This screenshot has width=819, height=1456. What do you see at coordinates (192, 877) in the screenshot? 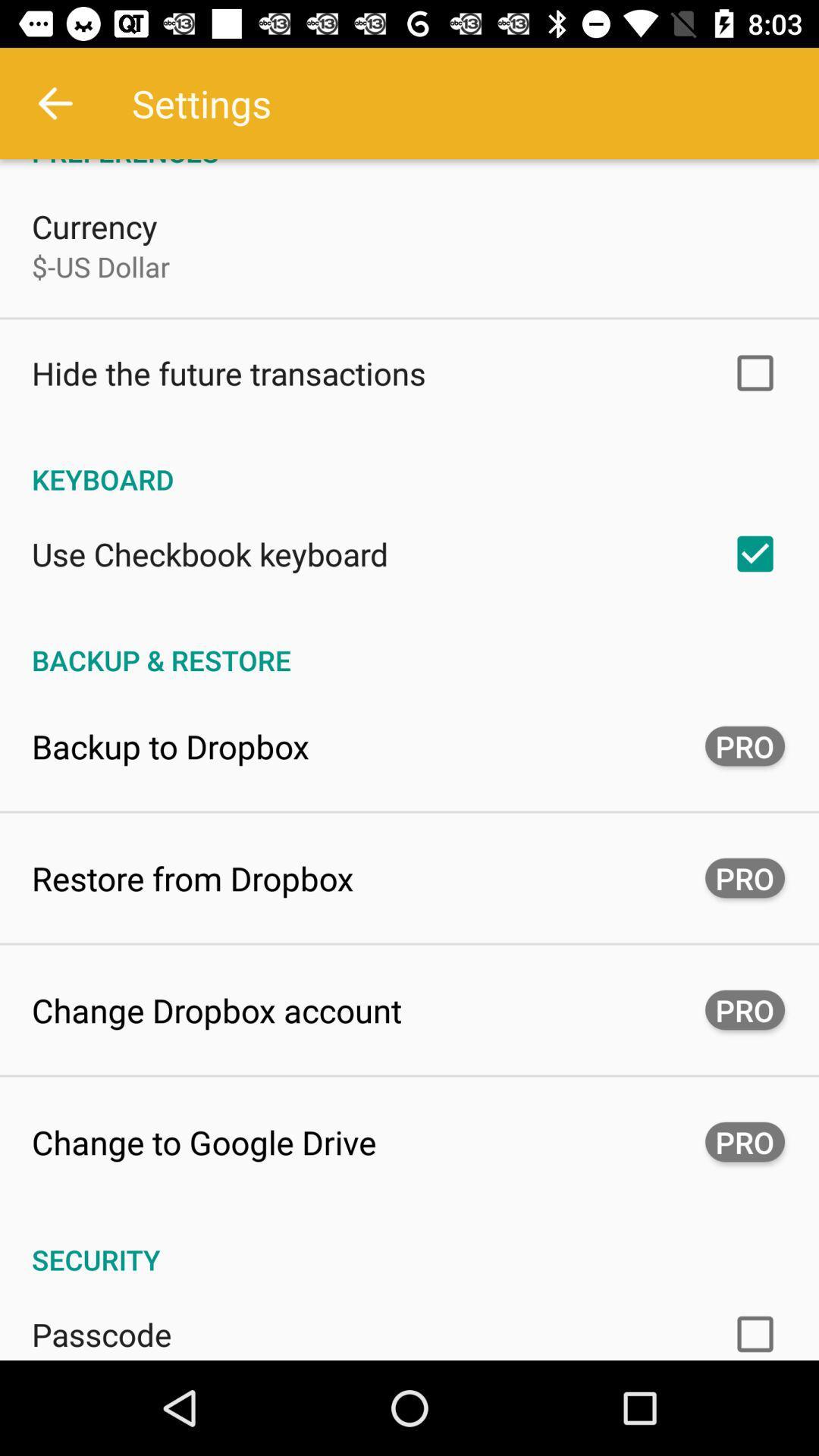
I see `button next to pro icon` at bounding box center [192, 877].